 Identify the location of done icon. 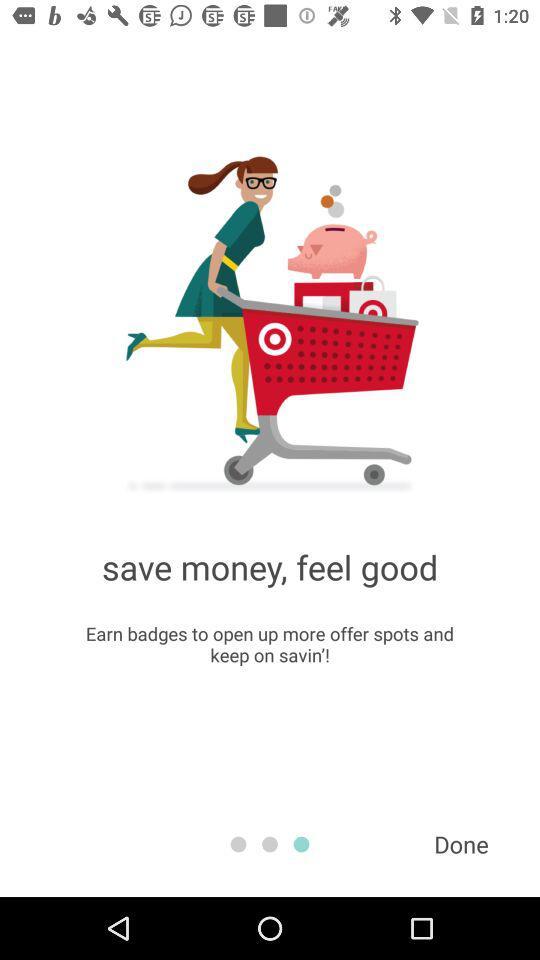
(461, 843).